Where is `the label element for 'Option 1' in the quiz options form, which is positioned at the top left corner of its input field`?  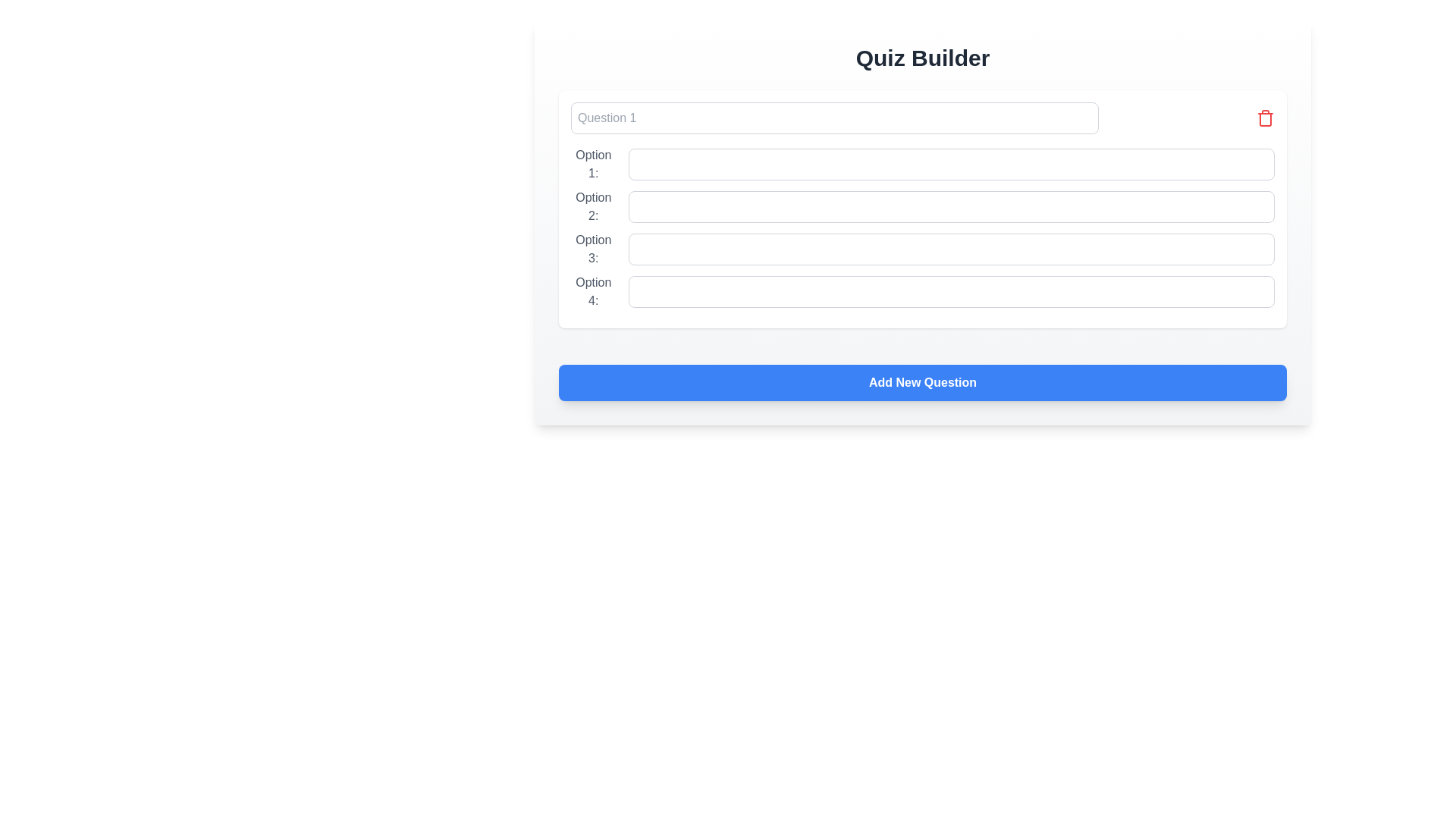
the label element for 'Option 1' in the quiz options form, which is positioned at the top left corner of its input field is located at coordinates (592, 164).